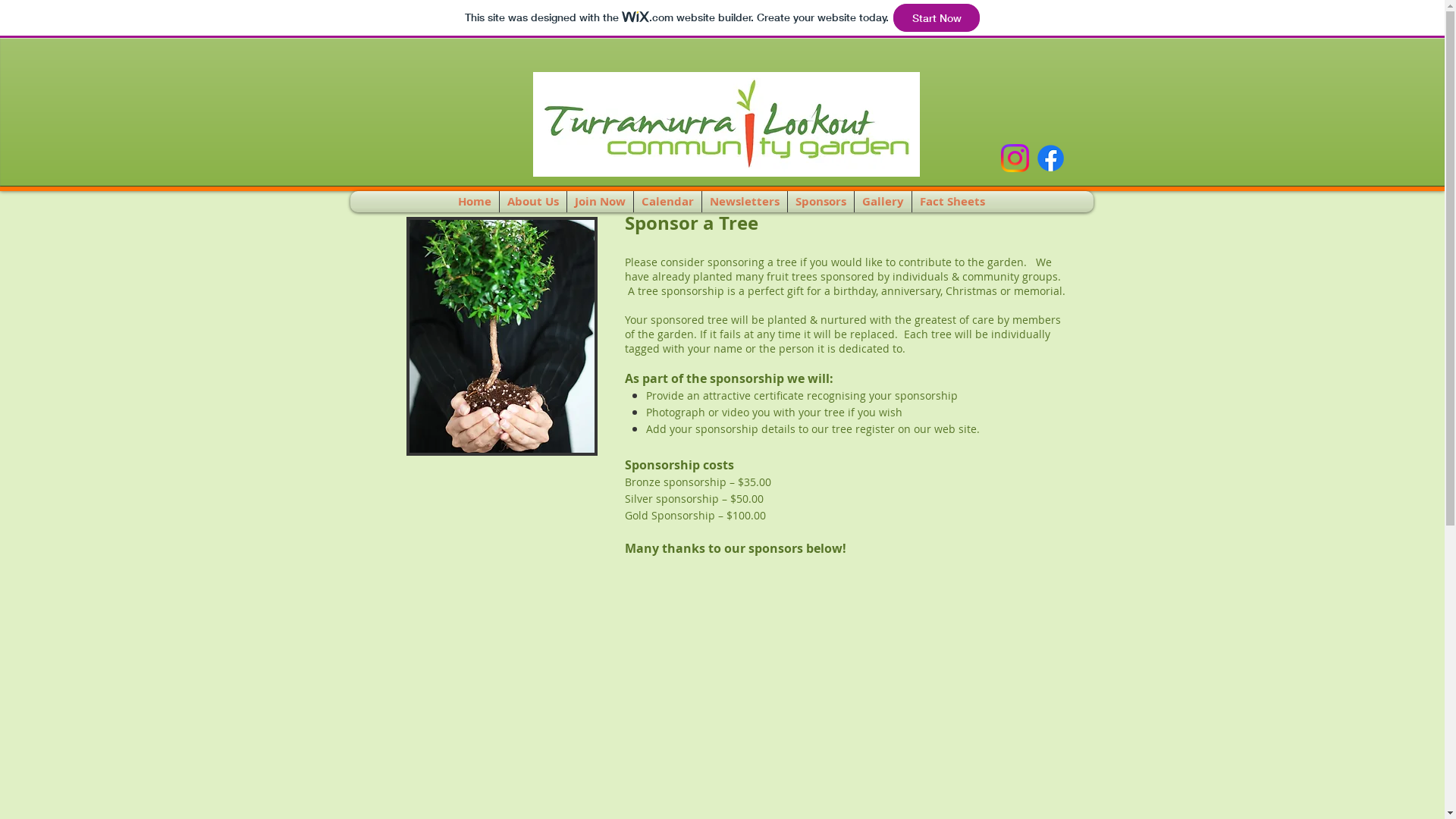  I want to click on 'Sponsors', so click(820, 201).